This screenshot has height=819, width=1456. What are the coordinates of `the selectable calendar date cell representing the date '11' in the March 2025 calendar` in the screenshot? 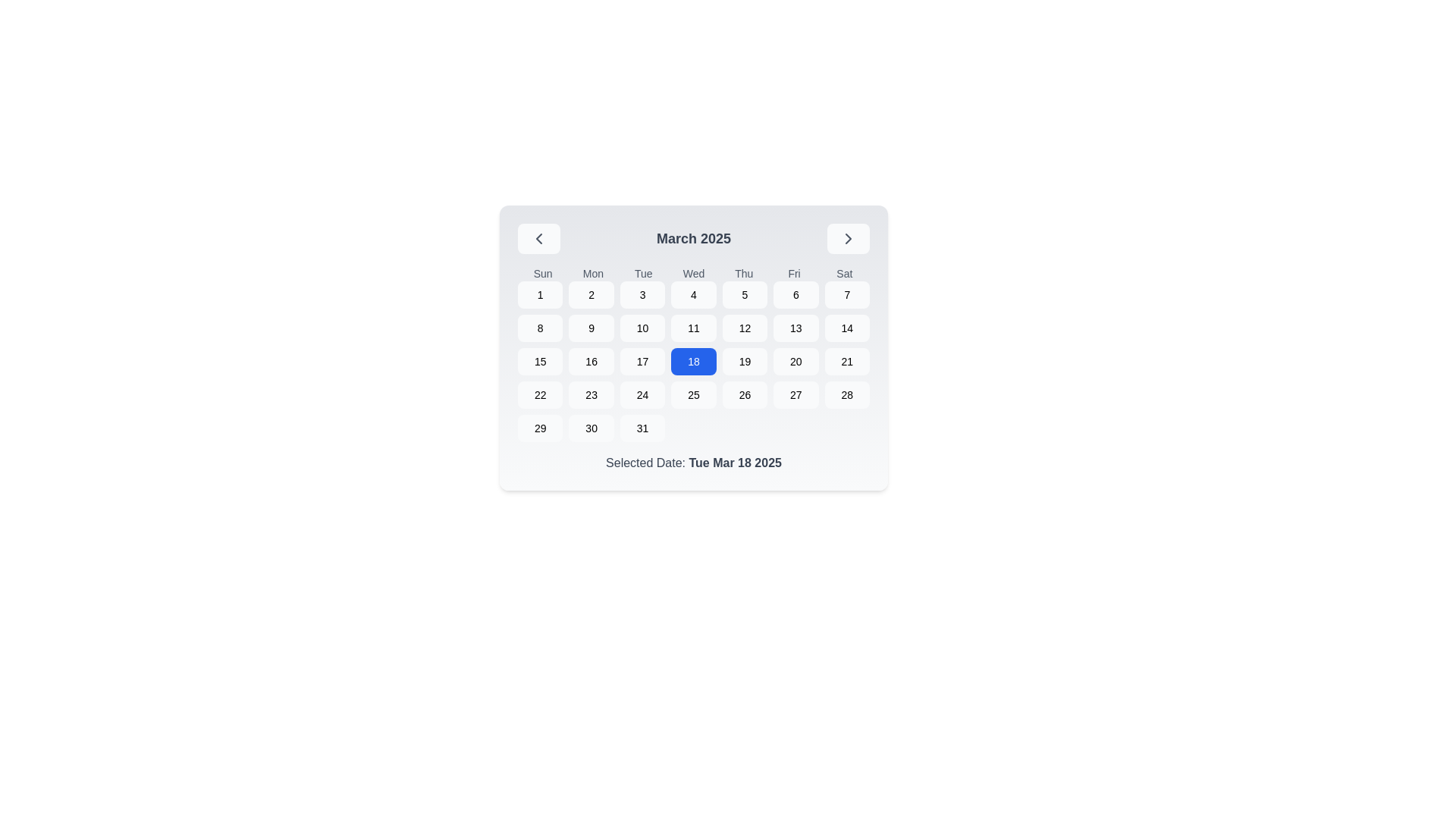 It's located at (693, 327).